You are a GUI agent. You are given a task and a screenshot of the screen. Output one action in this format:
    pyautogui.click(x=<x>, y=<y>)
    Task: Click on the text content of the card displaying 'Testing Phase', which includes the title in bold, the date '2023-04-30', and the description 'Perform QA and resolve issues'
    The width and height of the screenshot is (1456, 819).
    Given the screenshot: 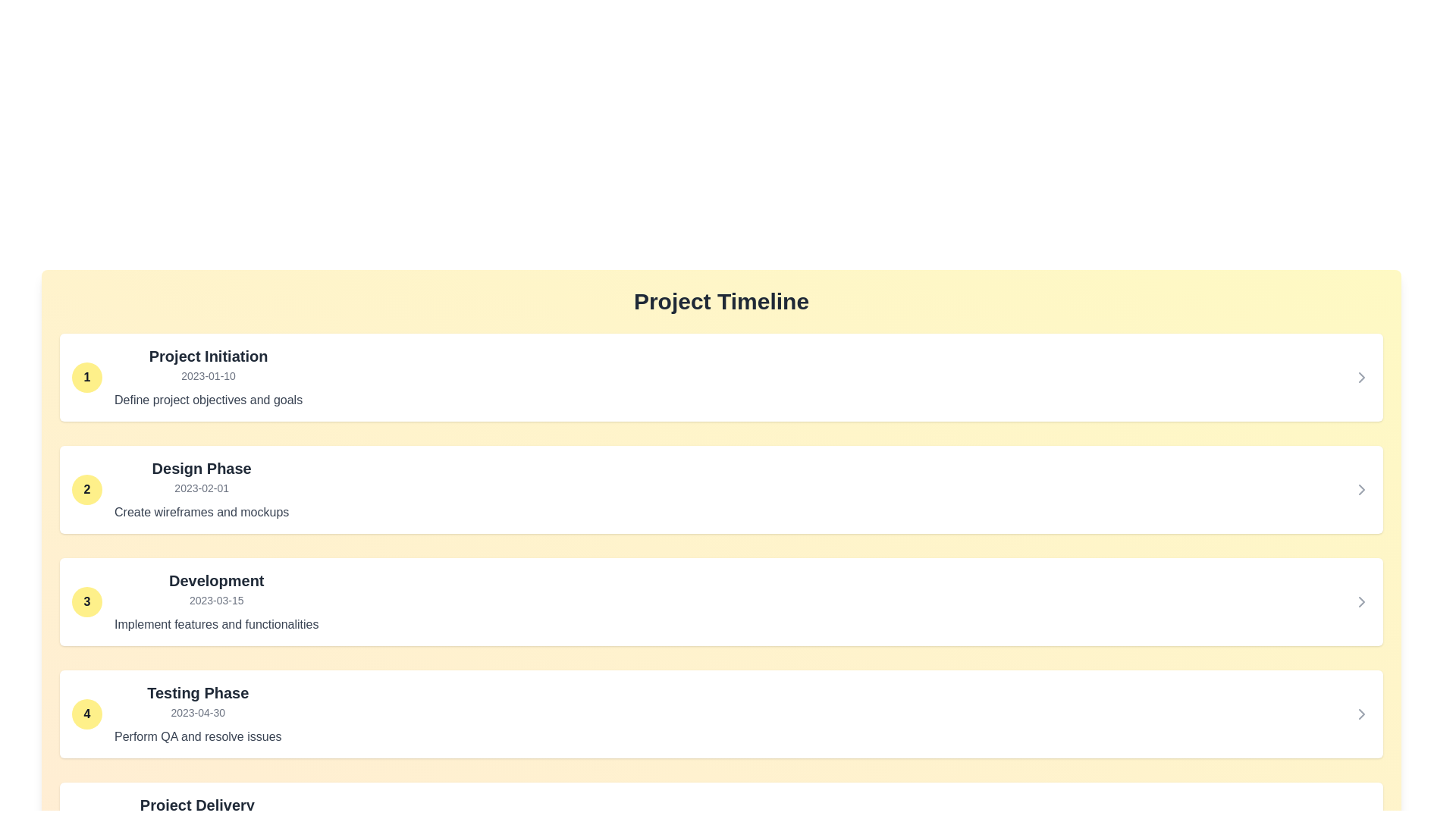 What is the action you would take?
    pyautogui.click(x=197, y=714)
    